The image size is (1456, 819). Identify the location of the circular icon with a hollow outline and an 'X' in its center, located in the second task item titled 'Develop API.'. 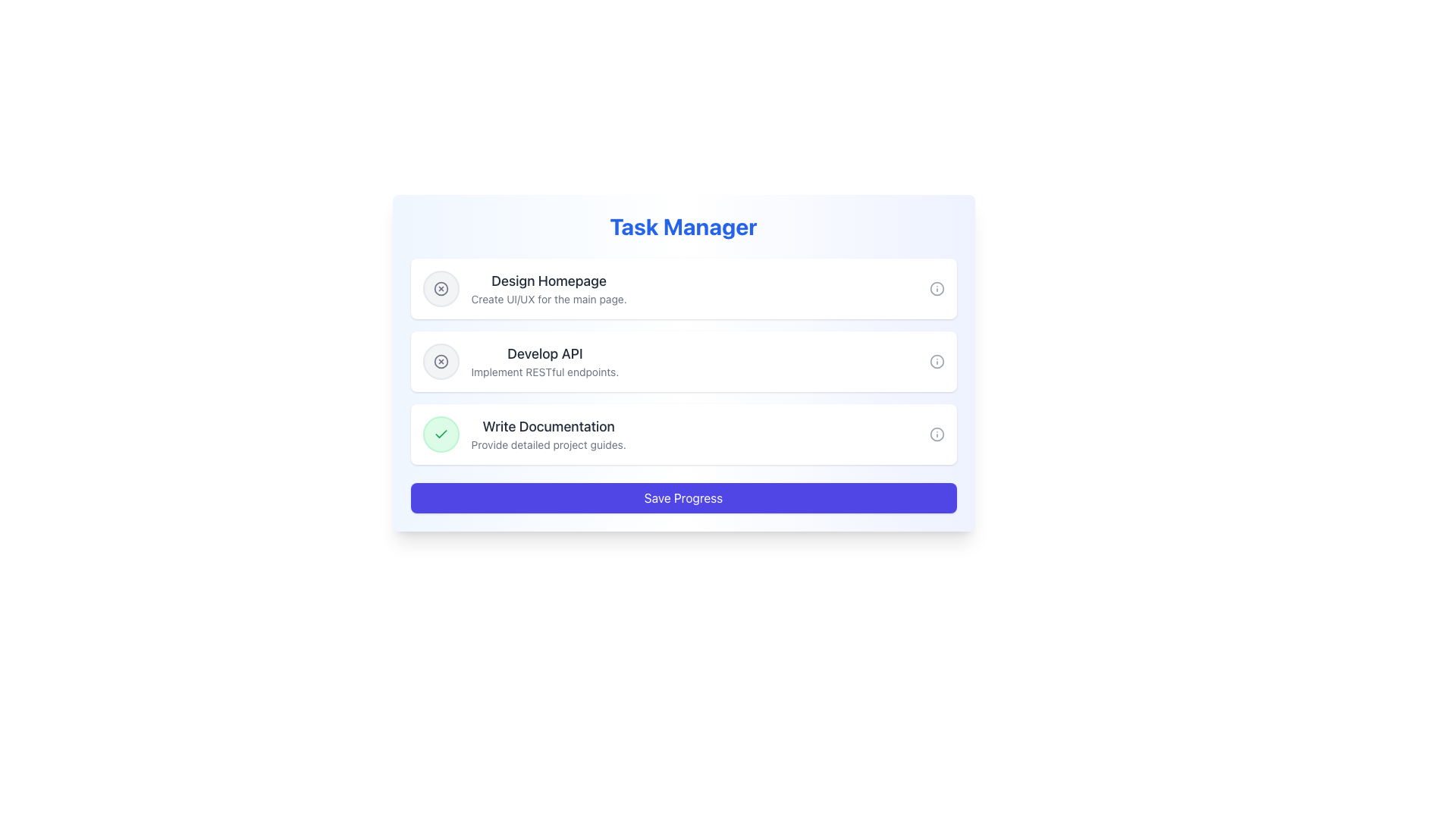
(440, 289).